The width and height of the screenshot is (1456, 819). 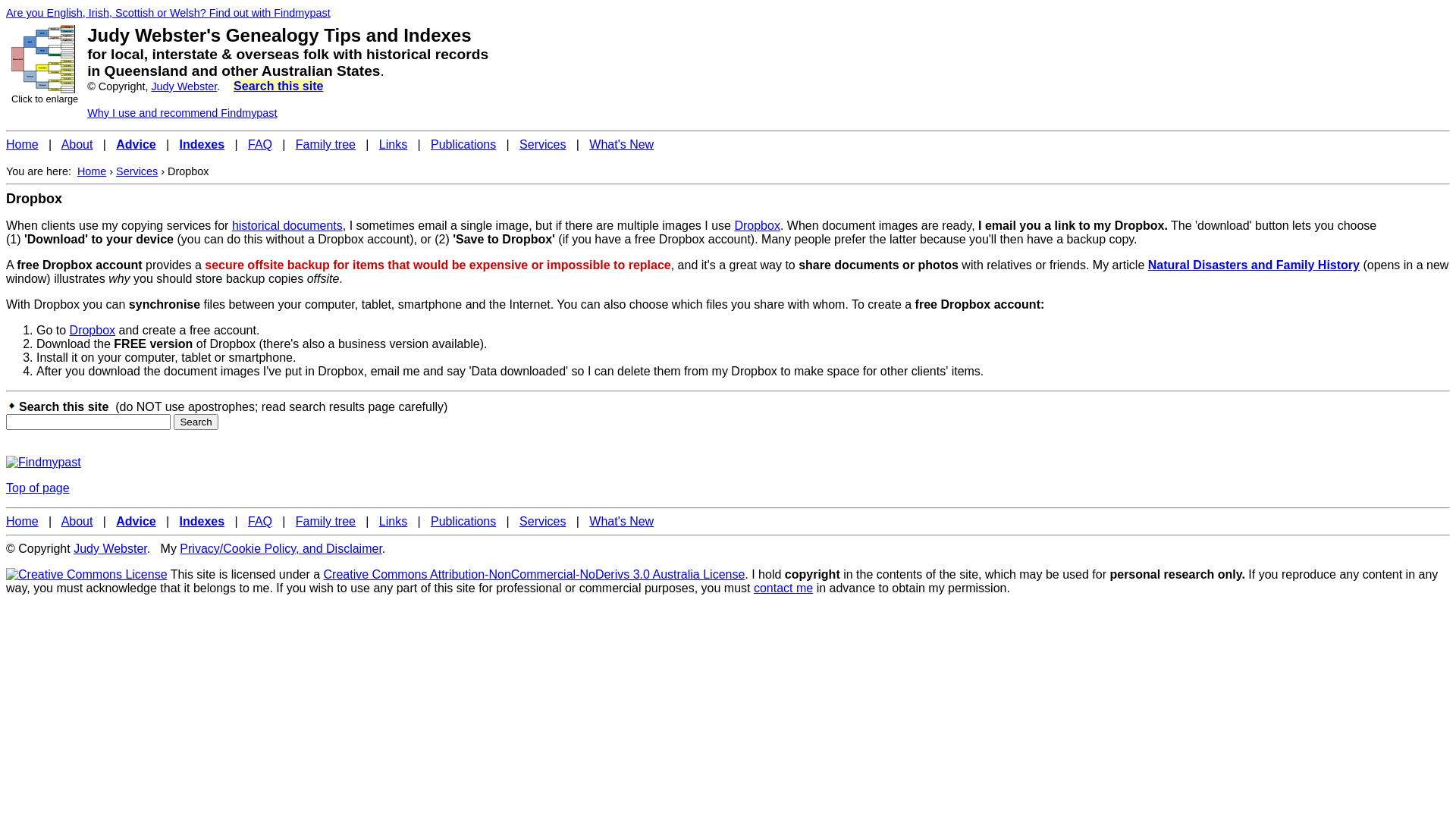 What do you see at coordinates (115, 144) in the screenshot?
I see `'Advice'` at bounding box center [115, 144].